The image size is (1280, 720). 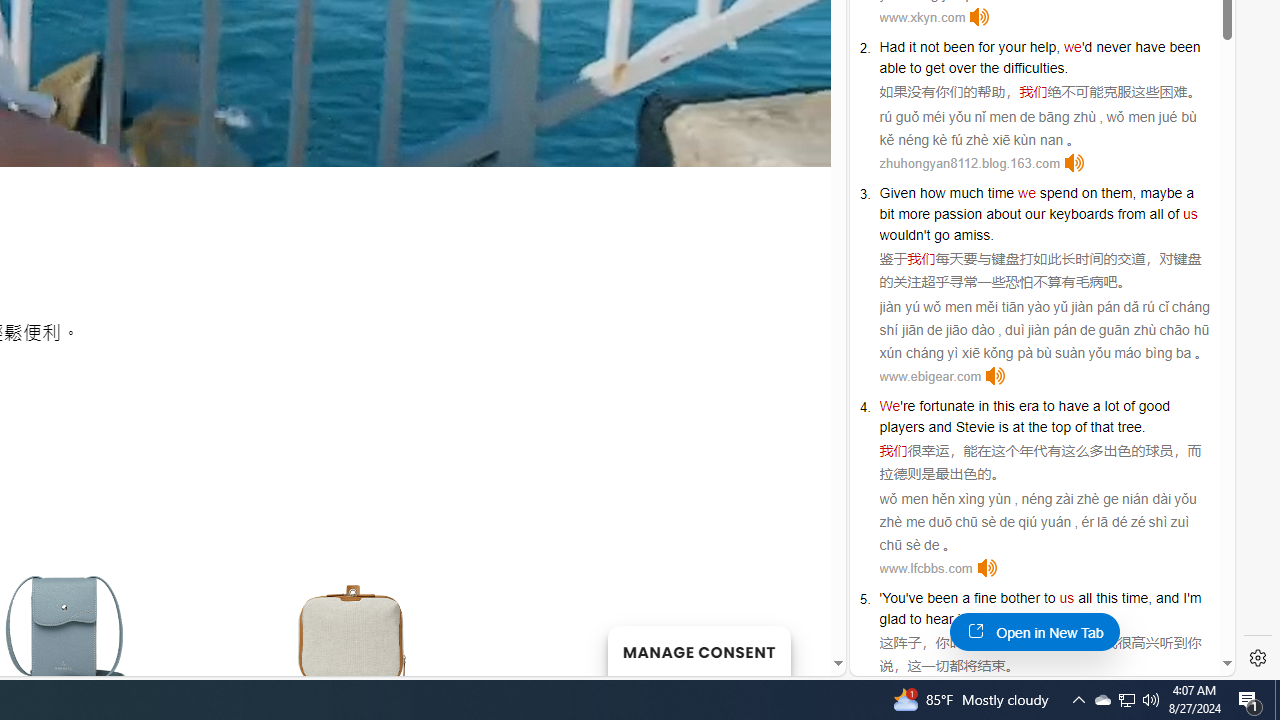 I want to click on 'of', so click(x=1173, y=213).